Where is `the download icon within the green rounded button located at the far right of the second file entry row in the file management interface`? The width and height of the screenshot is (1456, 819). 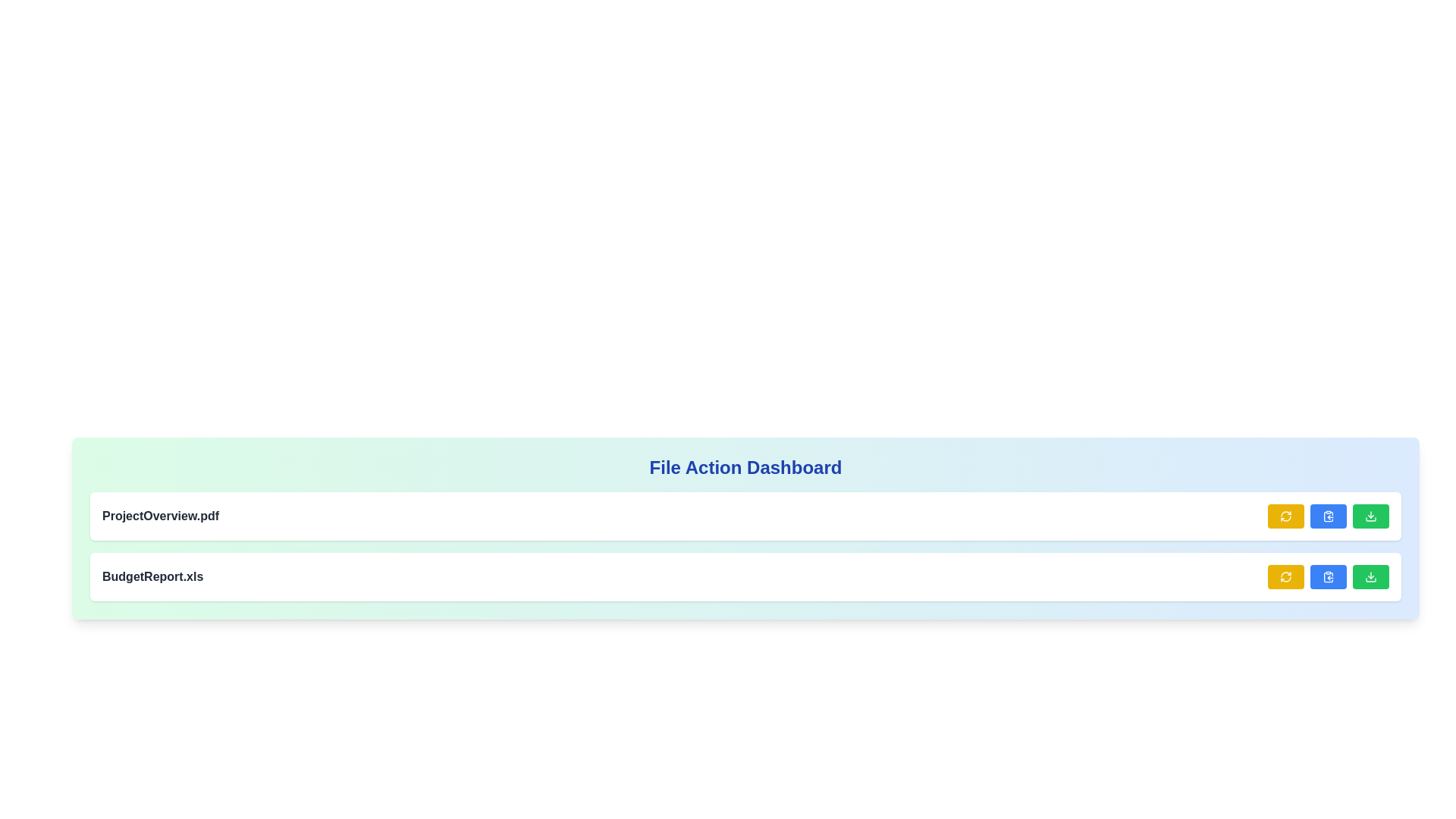
the download icon within the green rounded button located at the far right of the second file entry row in the file management interface is located at coordinates (1371, 576).